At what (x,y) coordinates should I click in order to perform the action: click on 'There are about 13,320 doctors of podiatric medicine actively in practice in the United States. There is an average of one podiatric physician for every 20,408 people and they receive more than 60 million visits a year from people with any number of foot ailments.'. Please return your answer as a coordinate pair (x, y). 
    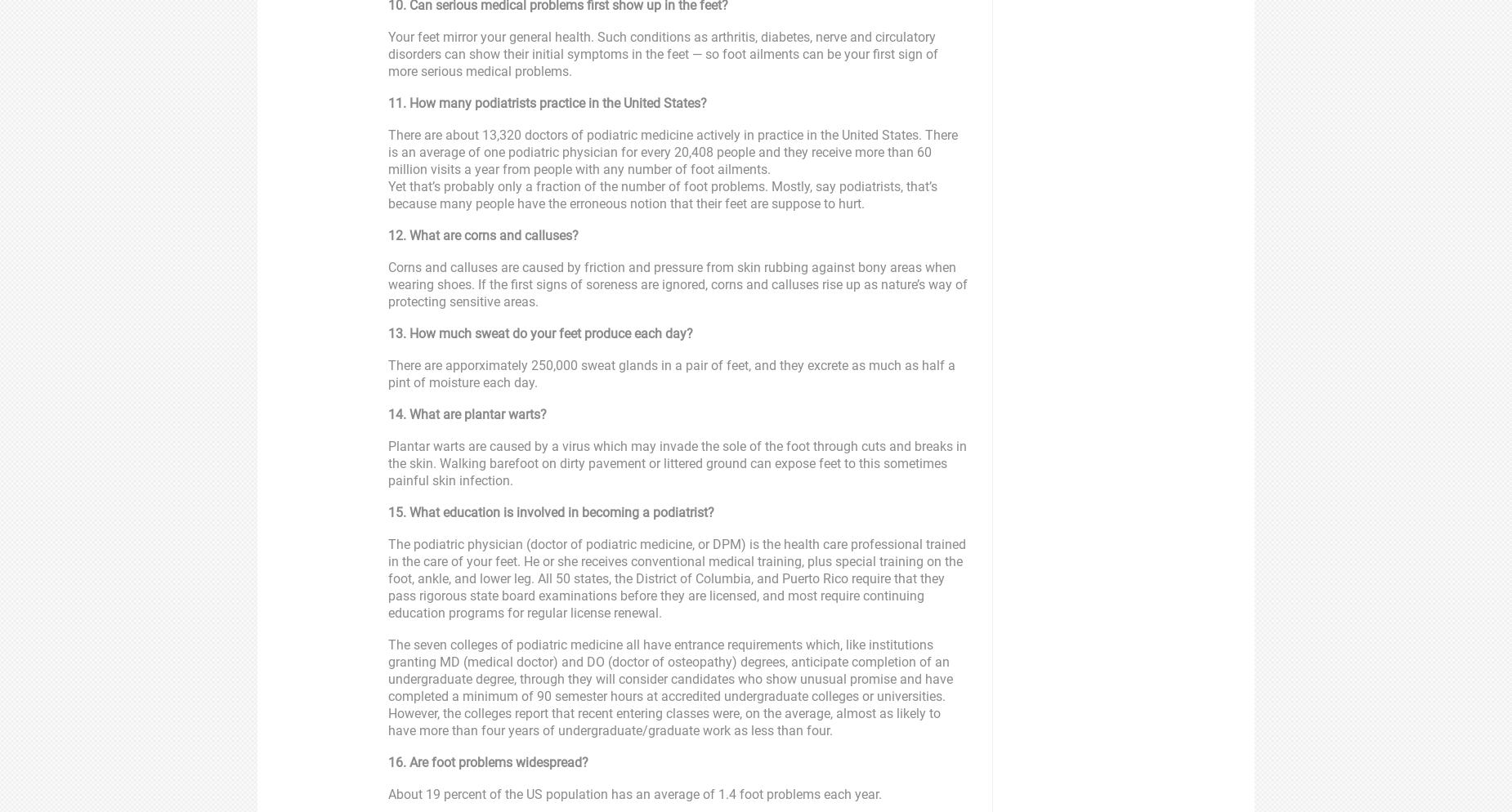
    Looking at the image, I should click on (388, 151).